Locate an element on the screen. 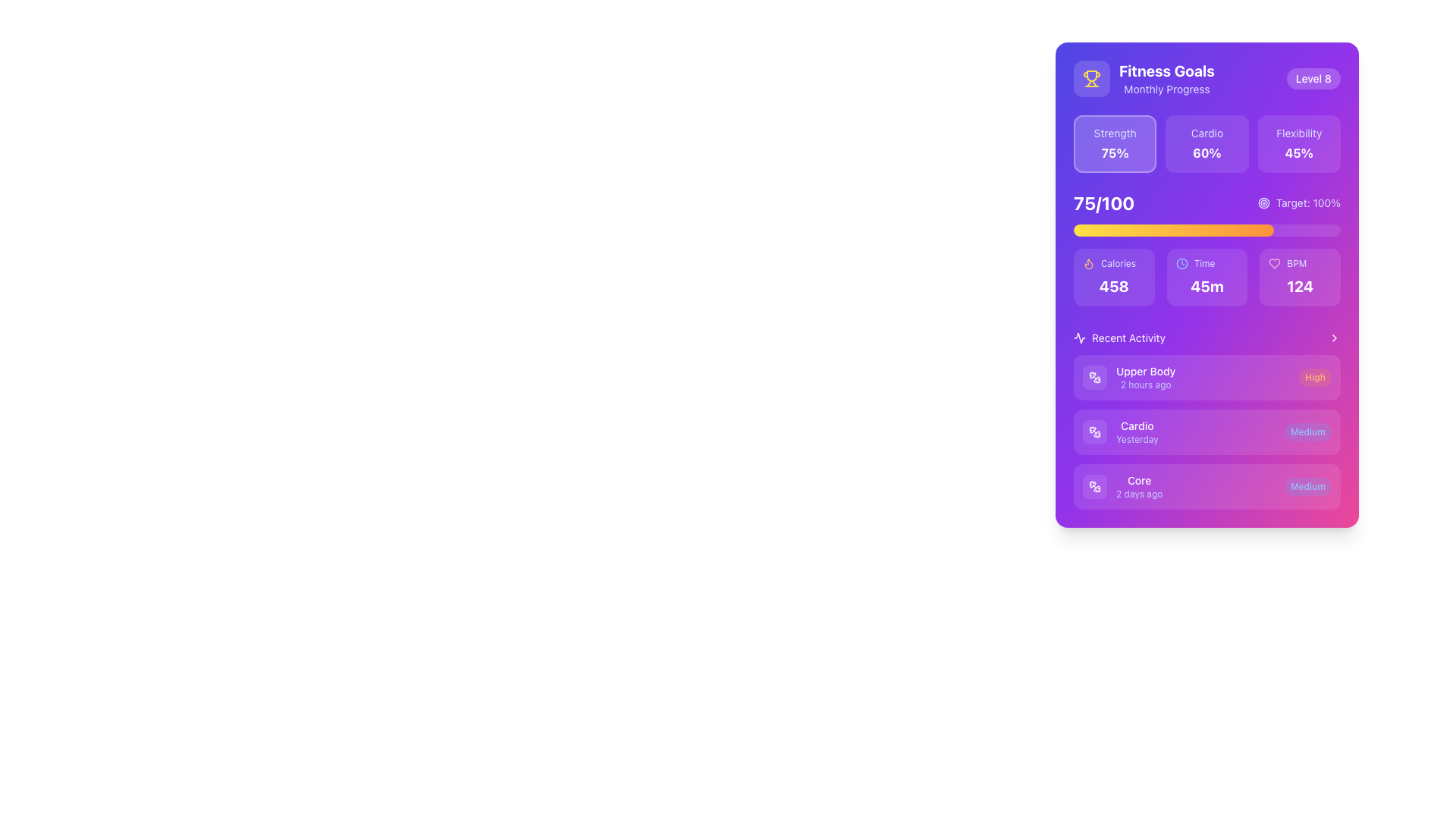 The height and width of the screenshot is (819, 1456). the label that displays 'Core' and '2 days ago', which is the third entry under the 'Recent Activity' section of the interface is located at coordinates (1139, 486).